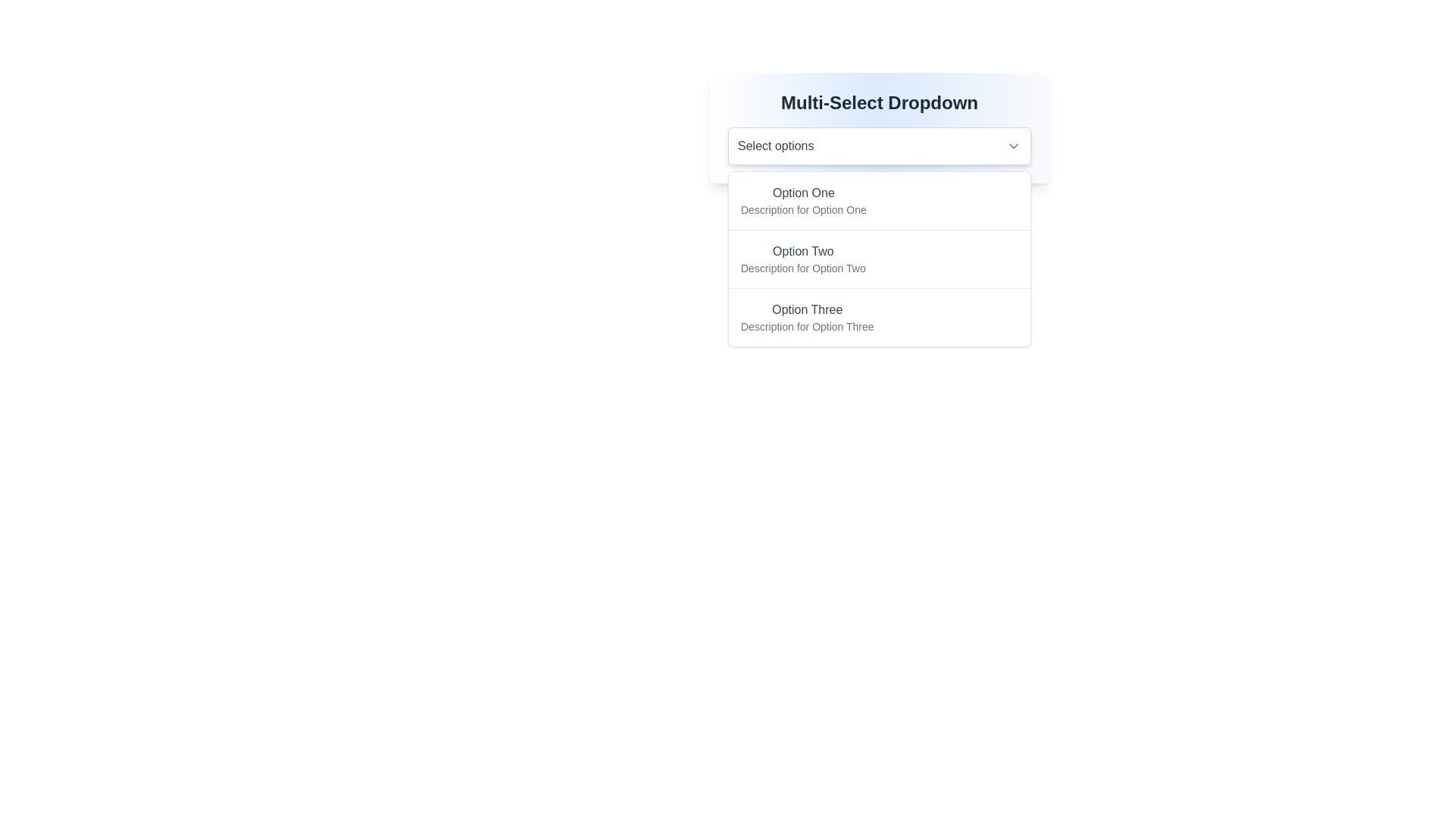 The height and width of the screenshot is (819, 1456). I want to click on the text label for the second dropdown option in the 'Multi-Select Dropdown' list, which provides clarity about the option it represents, so click(802, 250).